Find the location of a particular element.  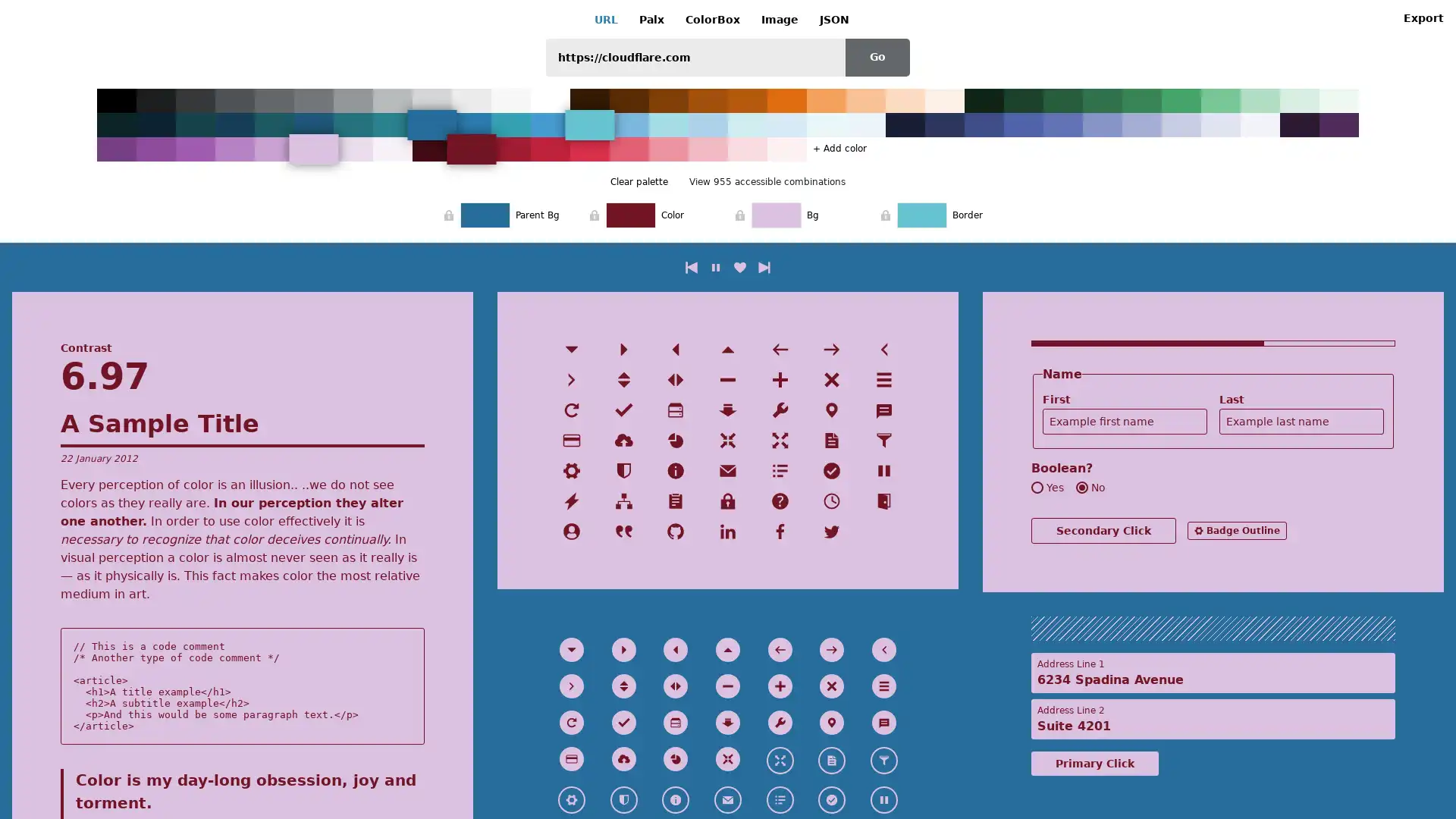

like current combination is located at coordinates (739, 265).